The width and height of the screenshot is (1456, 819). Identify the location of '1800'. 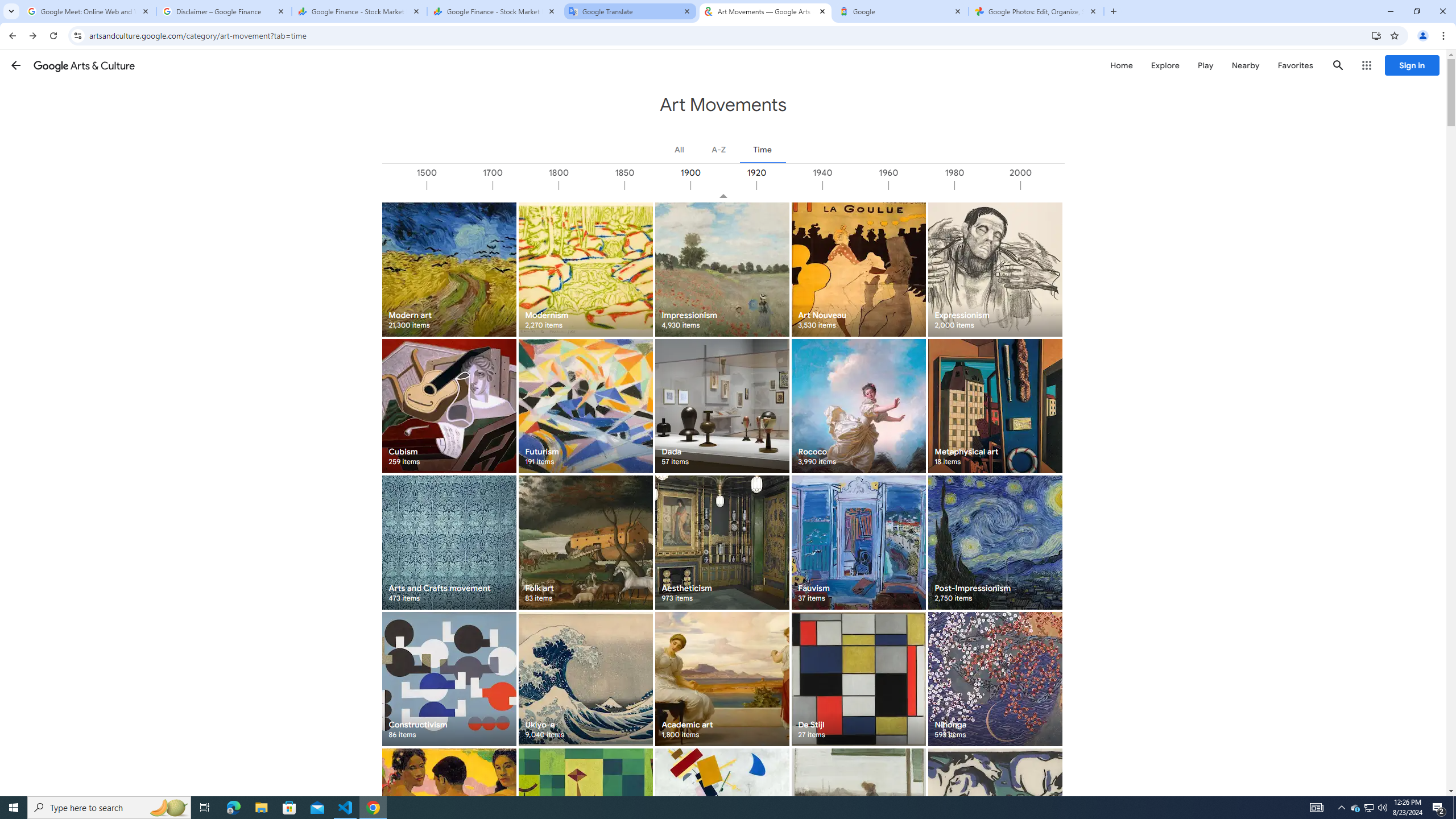
(591, 185).